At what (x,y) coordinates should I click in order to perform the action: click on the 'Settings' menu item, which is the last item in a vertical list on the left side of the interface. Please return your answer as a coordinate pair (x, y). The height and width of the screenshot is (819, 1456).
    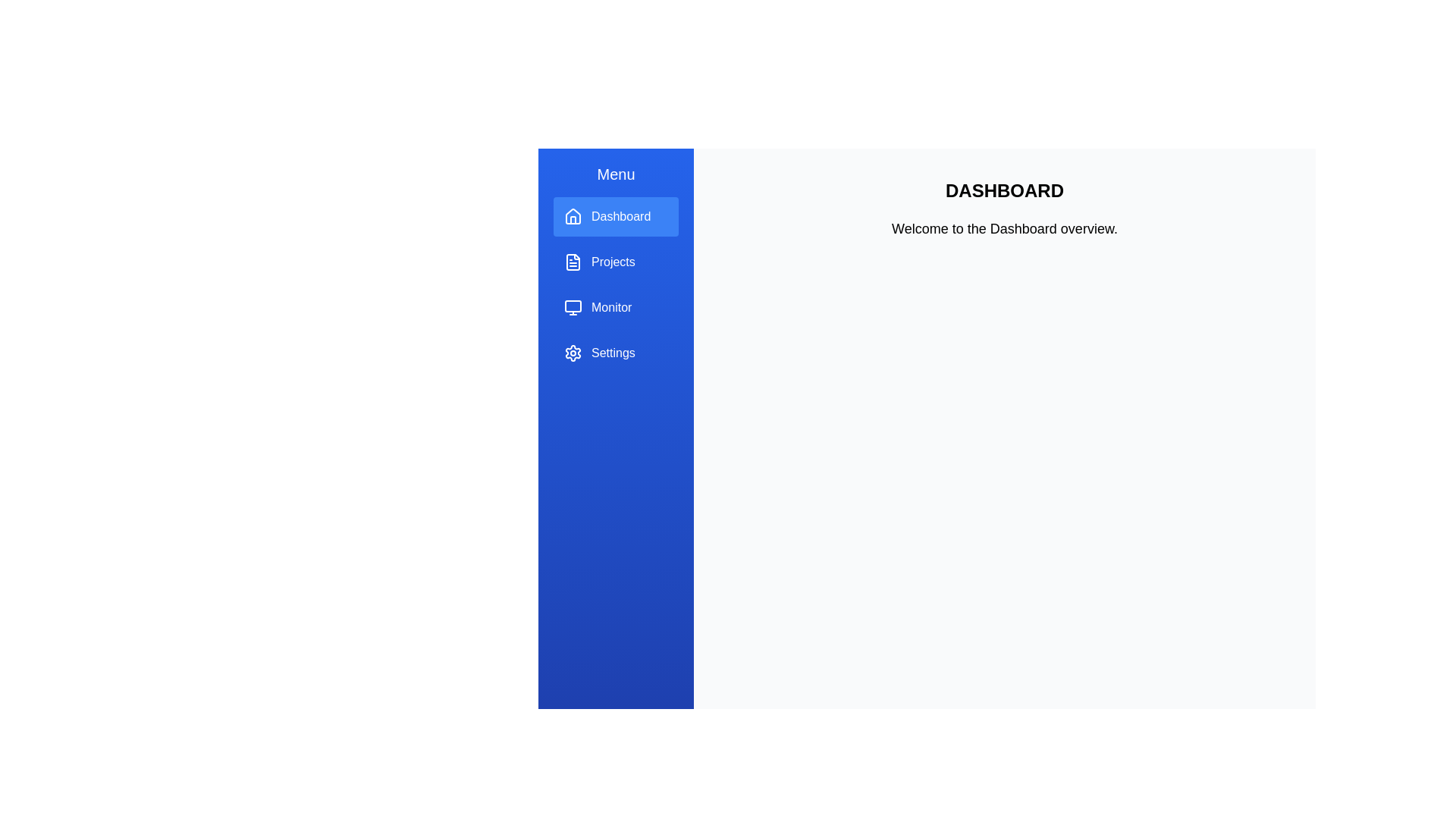
    Looking at the image, I should click on (616, 353).